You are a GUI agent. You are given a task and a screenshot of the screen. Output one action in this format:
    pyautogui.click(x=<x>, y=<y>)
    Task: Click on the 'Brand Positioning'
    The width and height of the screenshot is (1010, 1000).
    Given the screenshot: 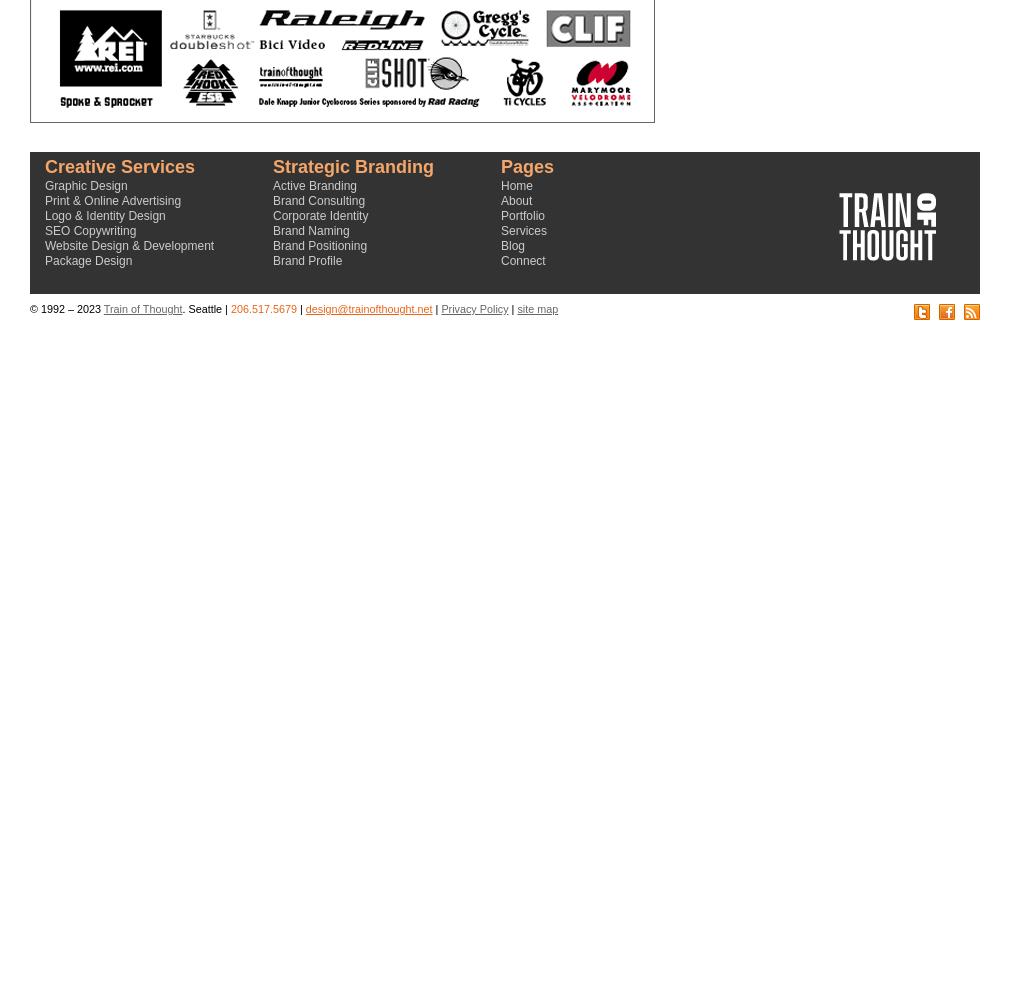 What is the action you would take?
    pyautogui.click(x=273, y=245)
    